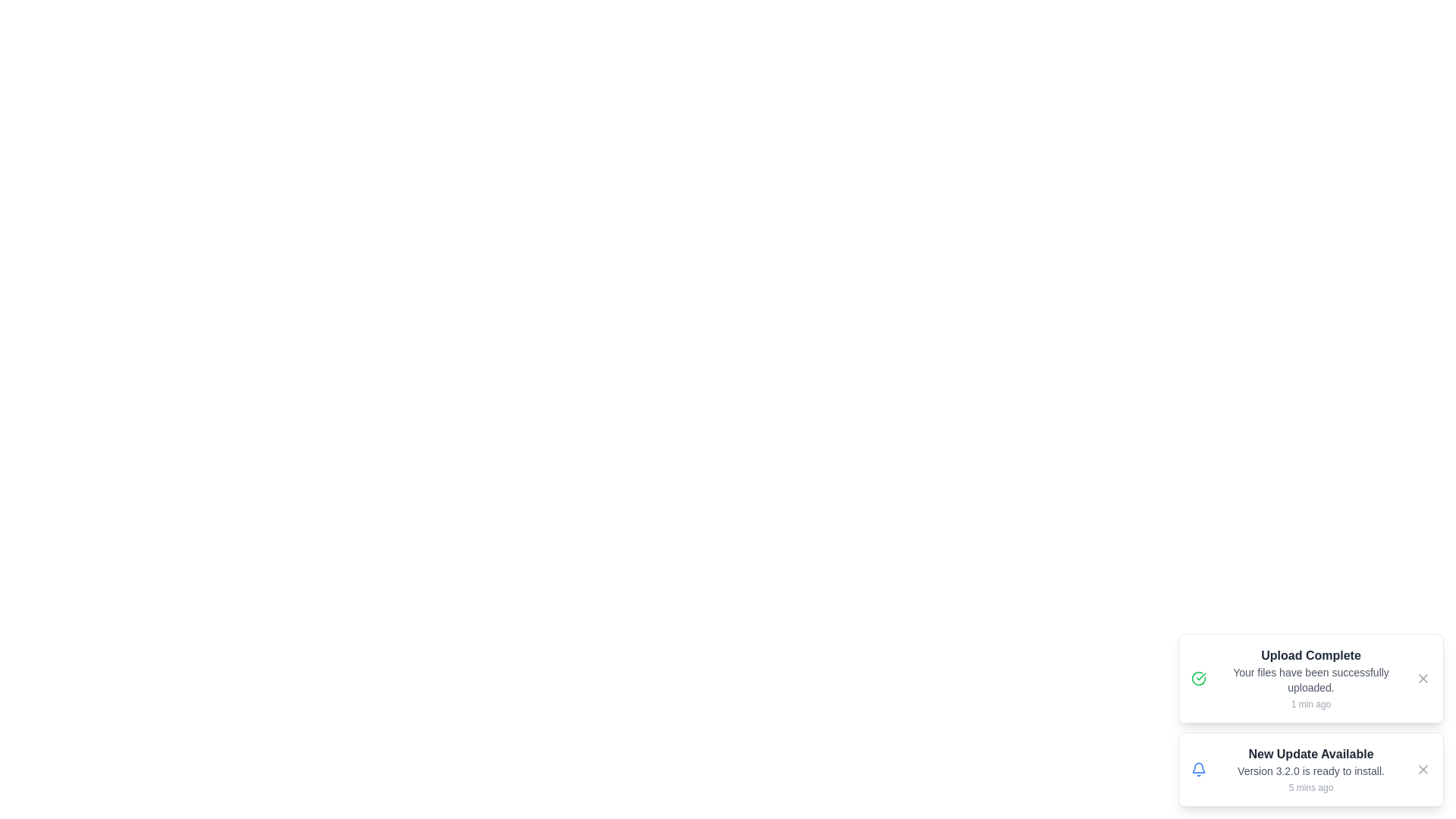 The width and height of the screenshot is (1456, 819). I want to click on the Notification list element, which is located near the bottom-right corner of the viewport and contains recent notifications about actions and updates, so click(1310, 719).